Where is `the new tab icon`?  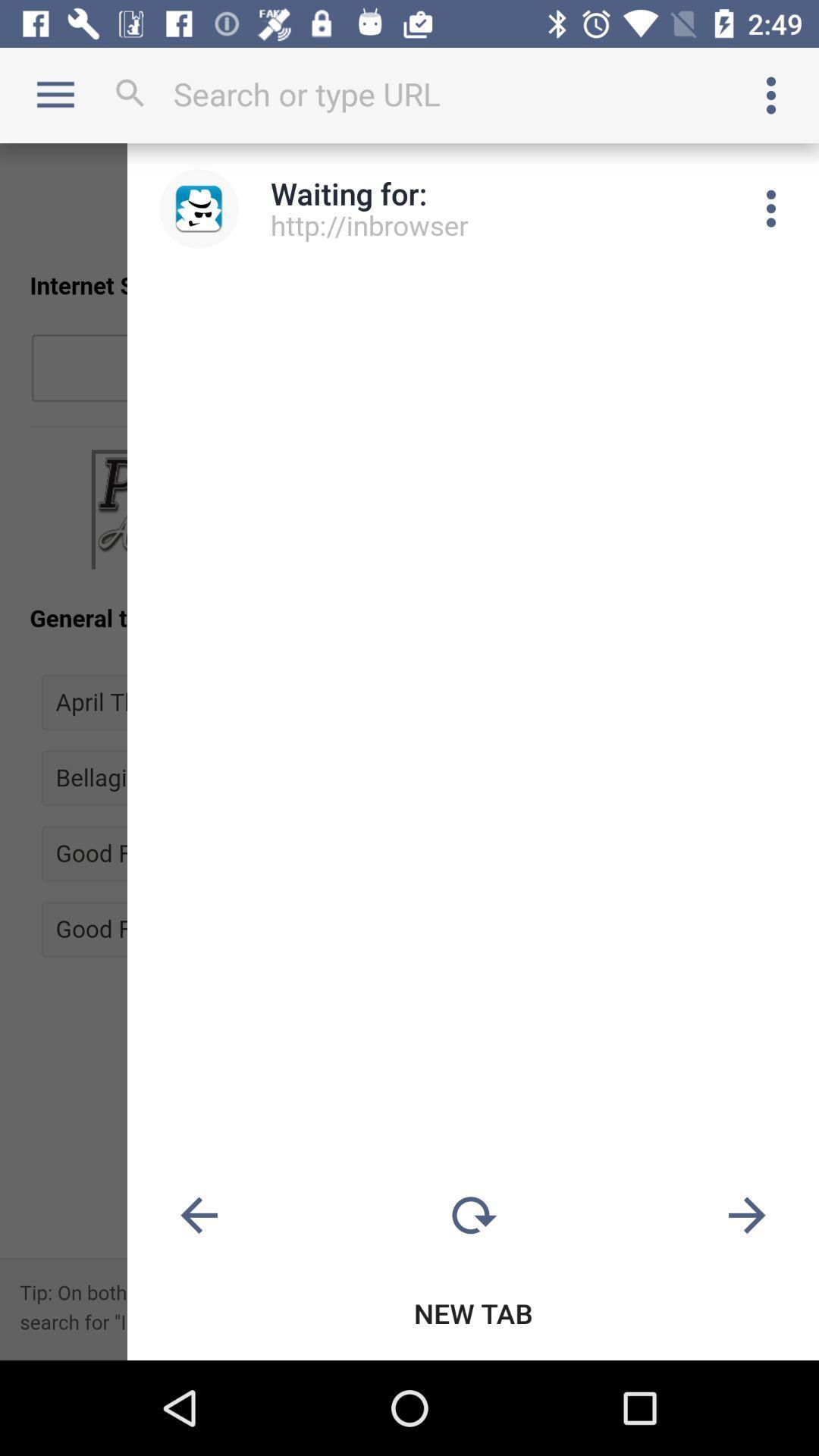
the new tab icon is located at coordinates (472, 1313).